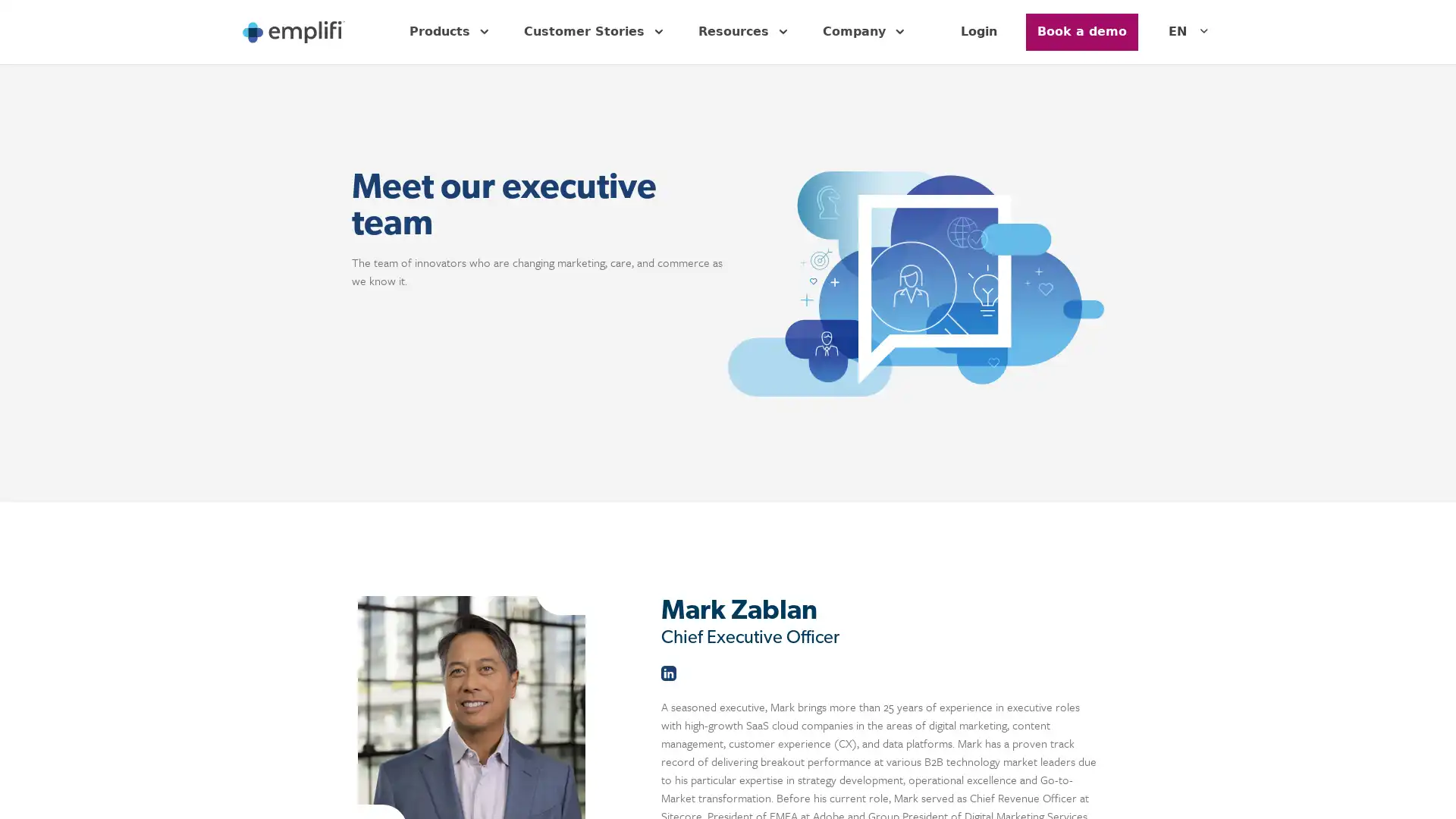 The image size is (1456, 819). I want to click on Products, so click(450, 32).